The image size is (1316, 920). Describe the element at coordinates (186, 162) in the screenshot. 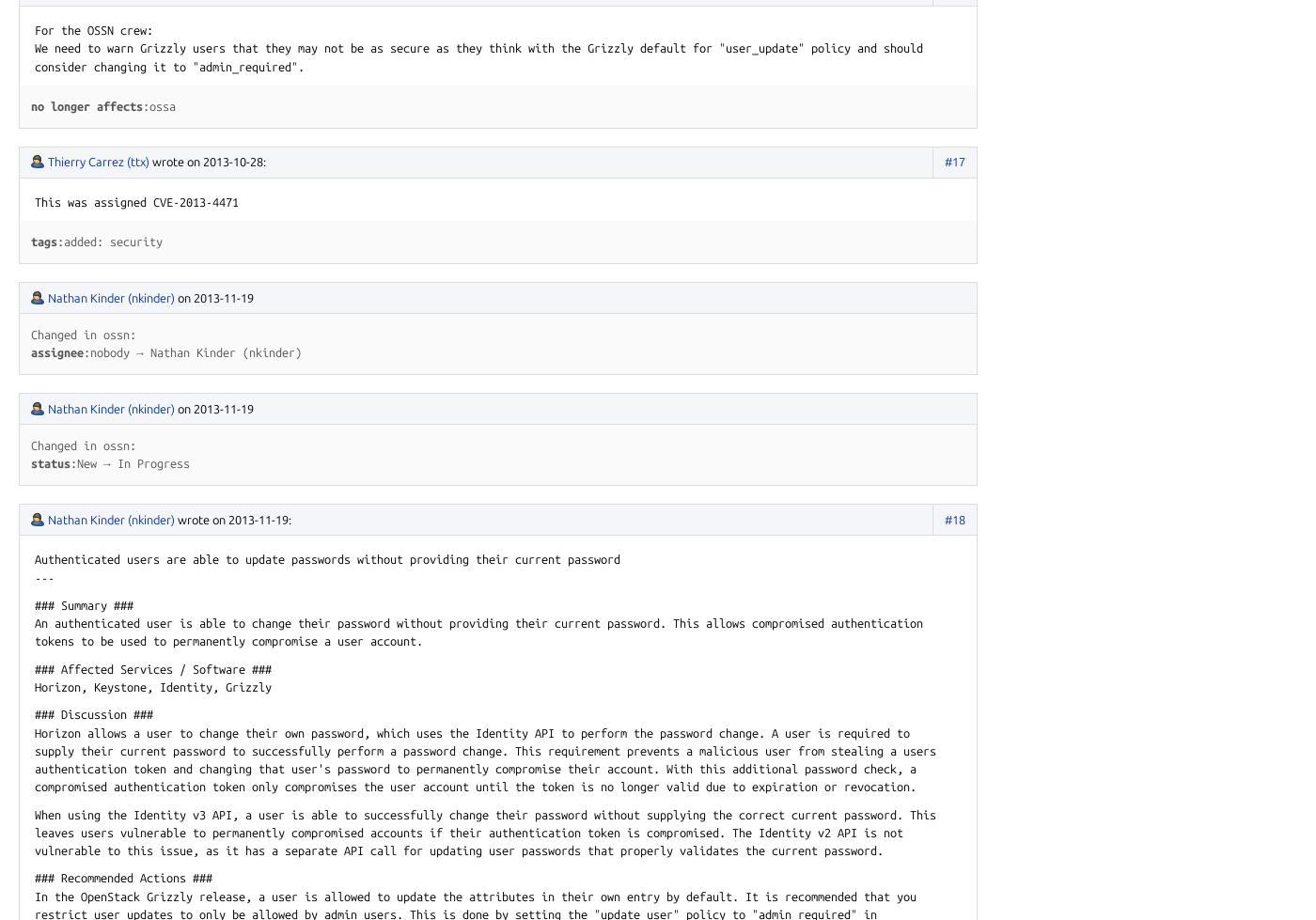

I see `'on 2013-10-28'` at that location.